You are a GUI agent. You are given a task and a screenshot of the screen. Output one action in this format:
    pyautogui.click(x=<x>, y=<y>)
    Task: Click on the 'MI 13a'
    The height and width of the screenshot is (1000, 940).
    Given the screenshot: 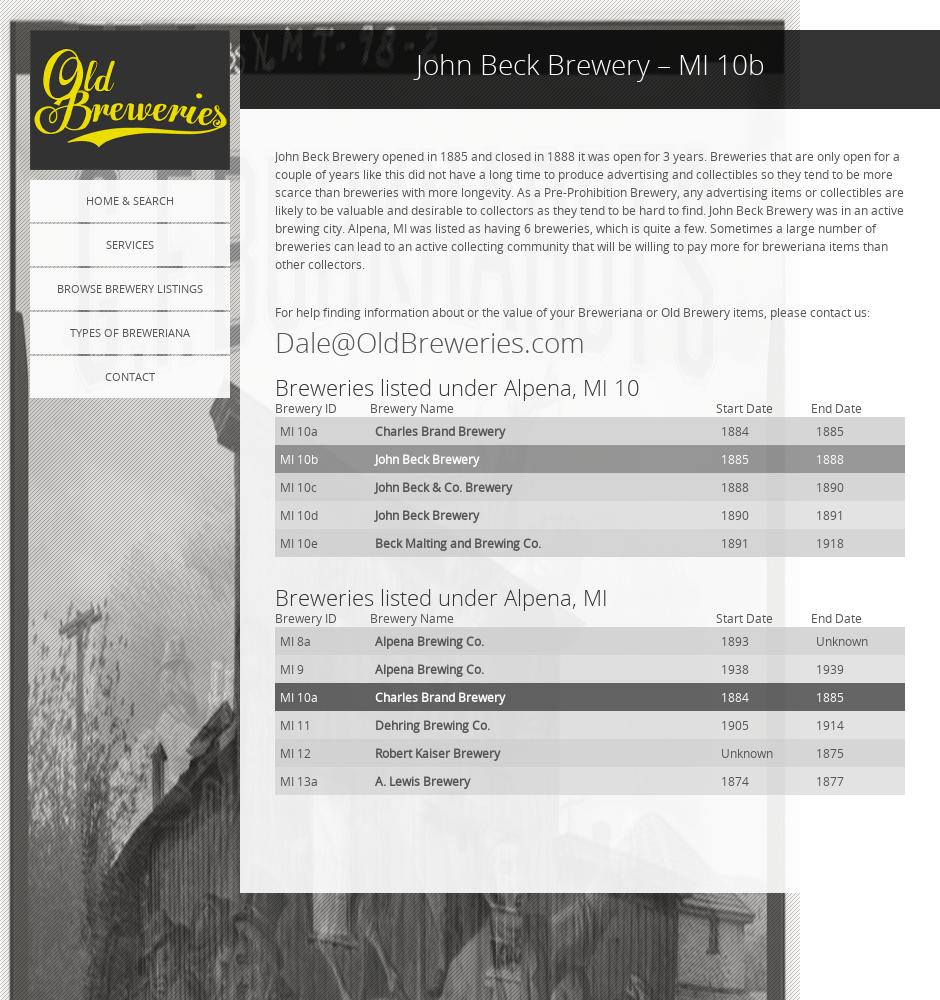 What is the action you would take?
    pyautogui.click(x=298, y=780)
    